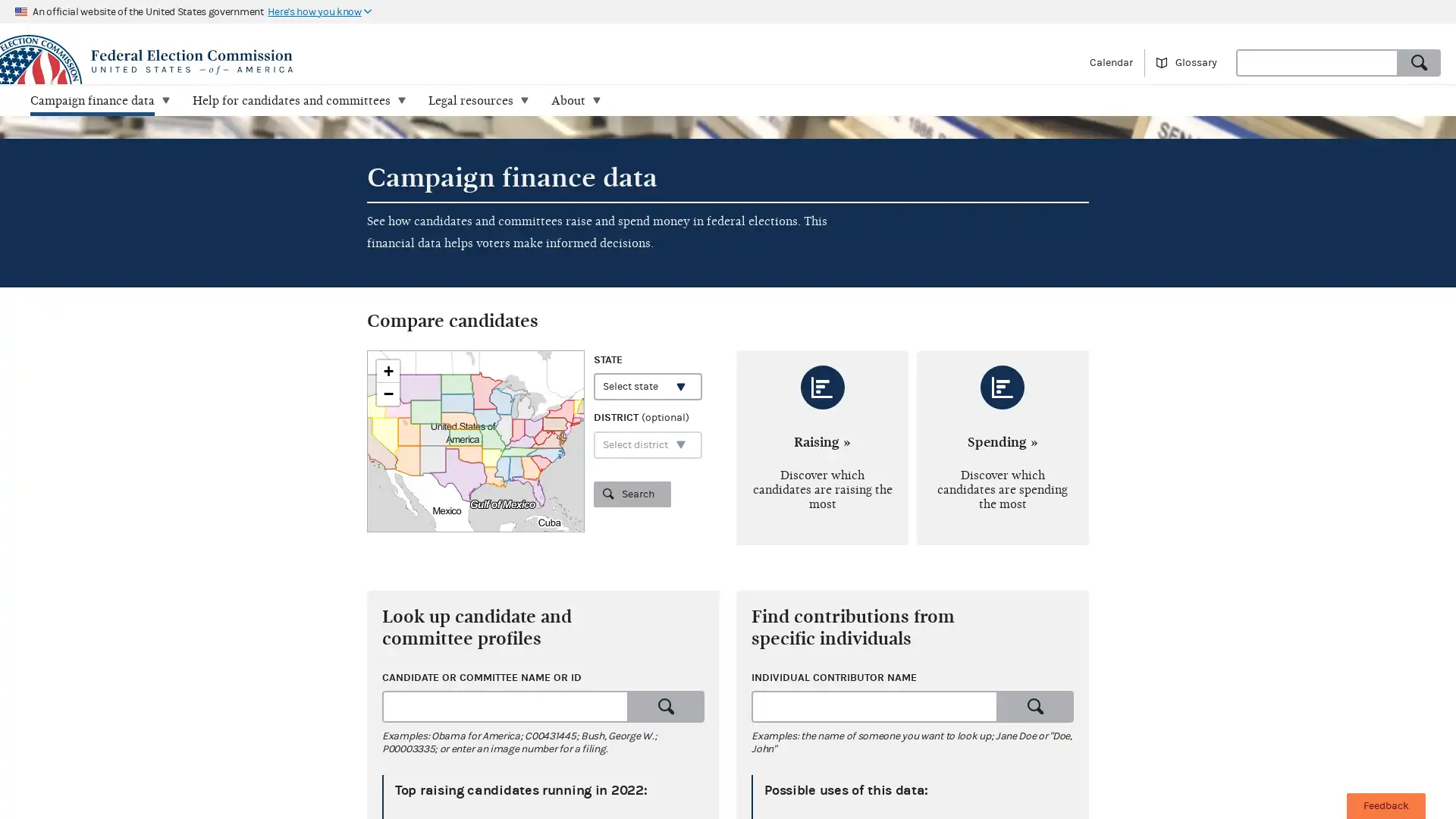 The image size is (1456, 819). Describe the element at coordinates (388, 371) in the screenshot. I see `Zoom in` at that location.